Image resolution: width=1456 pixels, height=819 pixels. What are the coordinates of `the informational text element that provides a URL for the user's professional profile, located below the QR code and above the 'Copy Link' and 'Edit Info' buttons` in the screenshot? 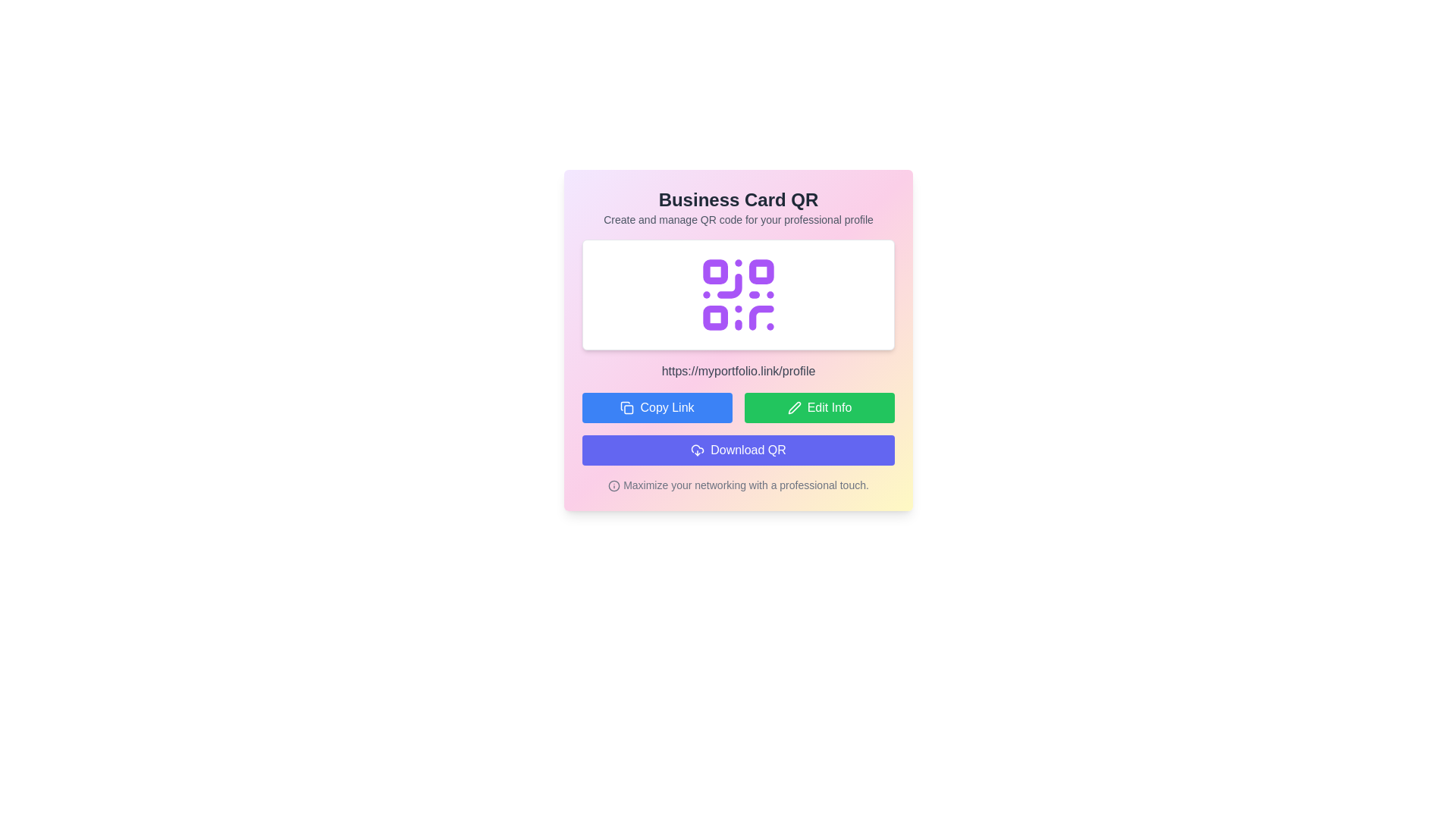 It's located at (739, 371).